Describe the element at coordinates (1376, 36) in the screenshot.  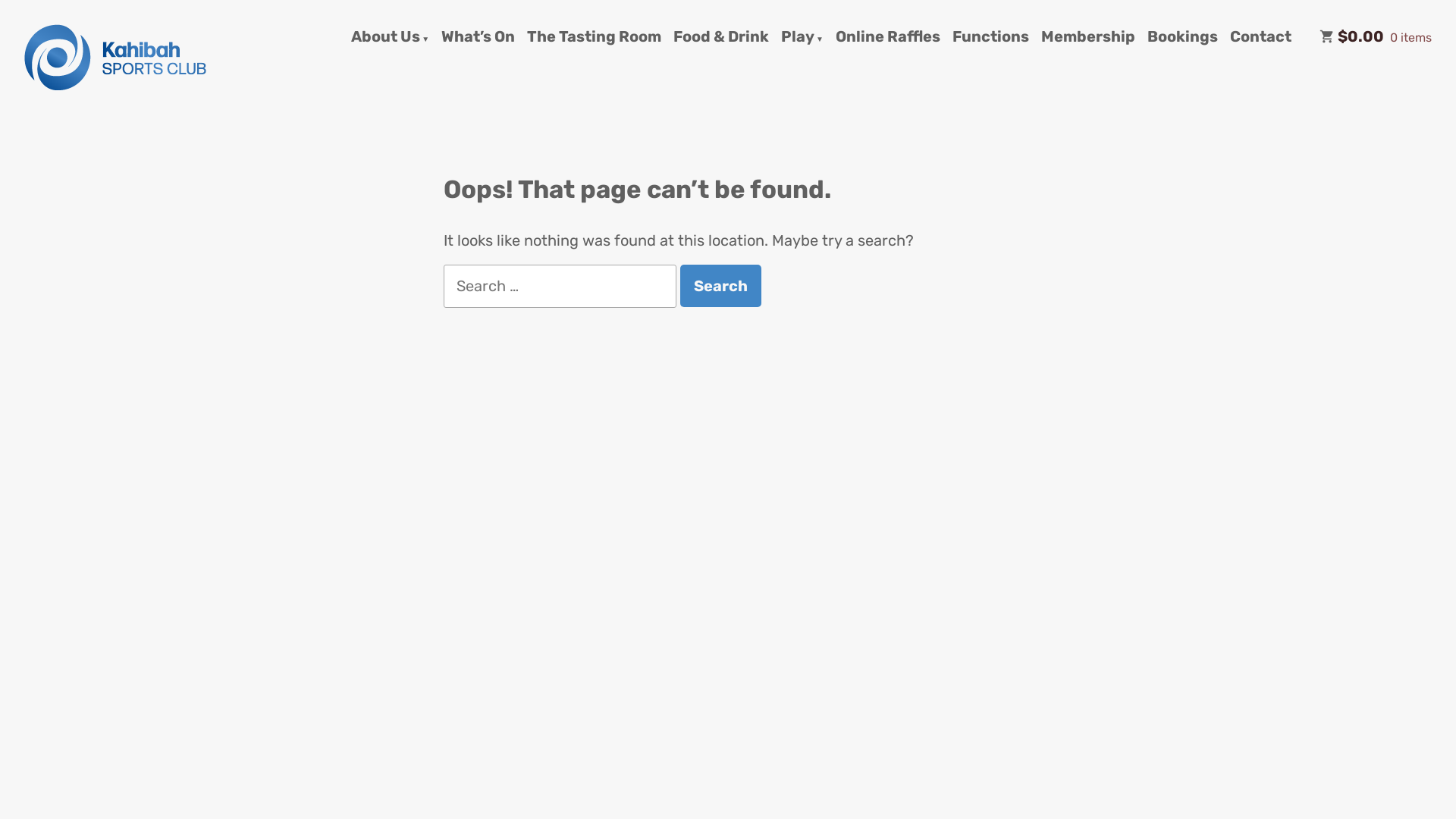
I see `'$0.00 0 items'` at that location.